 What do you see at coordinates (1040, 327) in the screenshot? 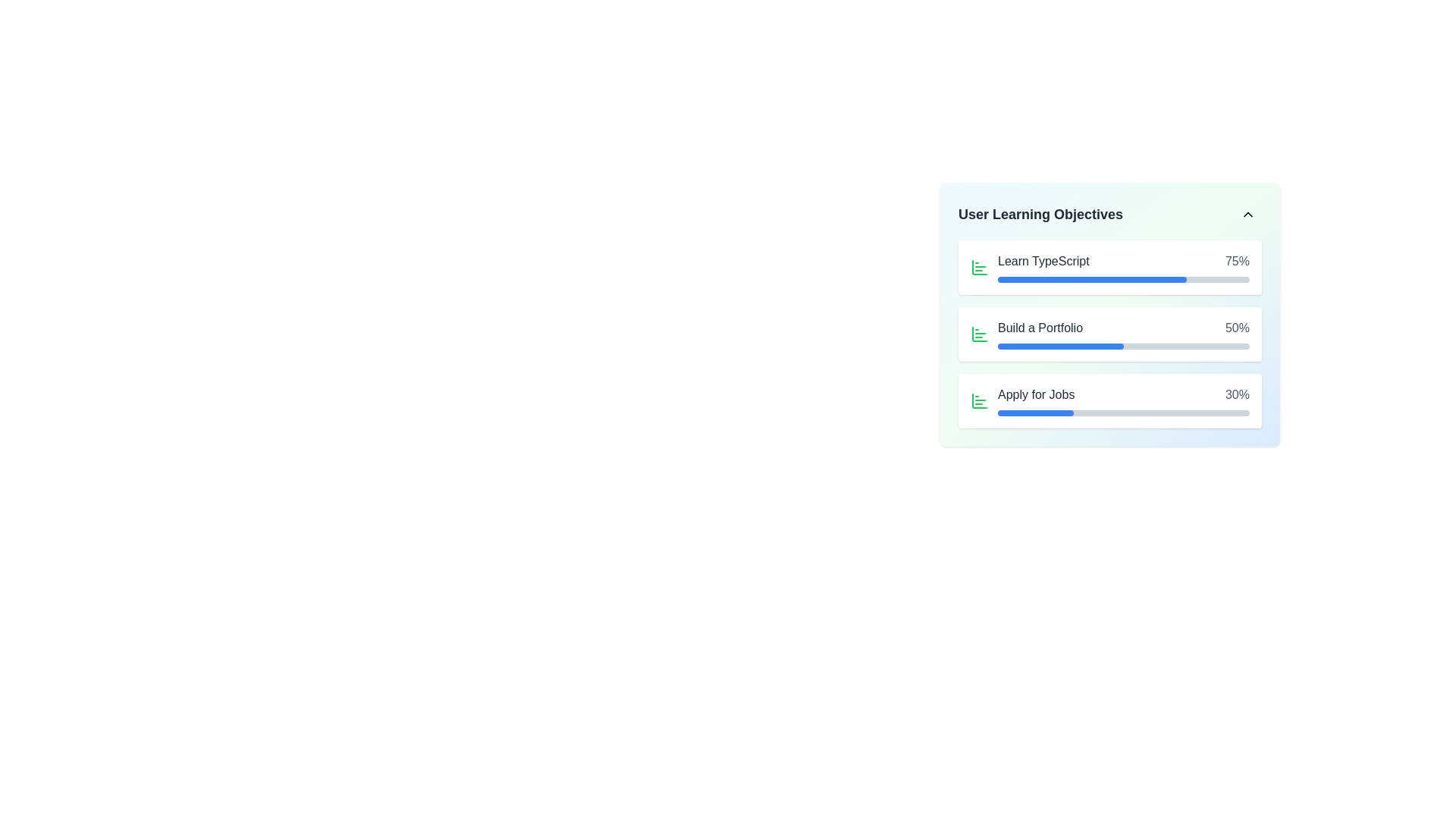
I see `the Text label that displays the title of a learning objective` at bounding box center [1040, 327].